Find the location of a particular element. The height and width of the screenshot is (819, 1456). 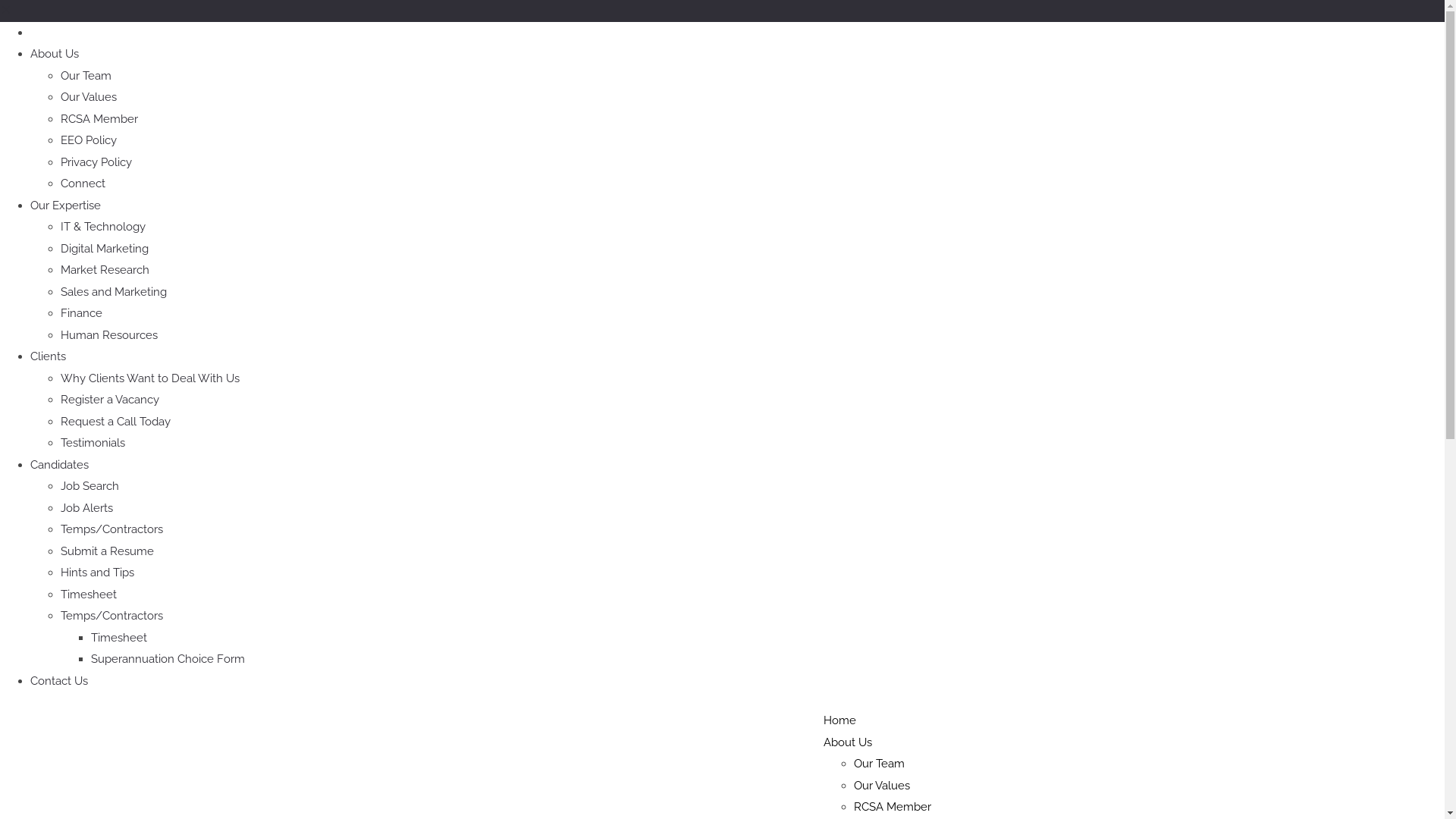

'Sales and Marketing' is located at coordinates (112, 292).